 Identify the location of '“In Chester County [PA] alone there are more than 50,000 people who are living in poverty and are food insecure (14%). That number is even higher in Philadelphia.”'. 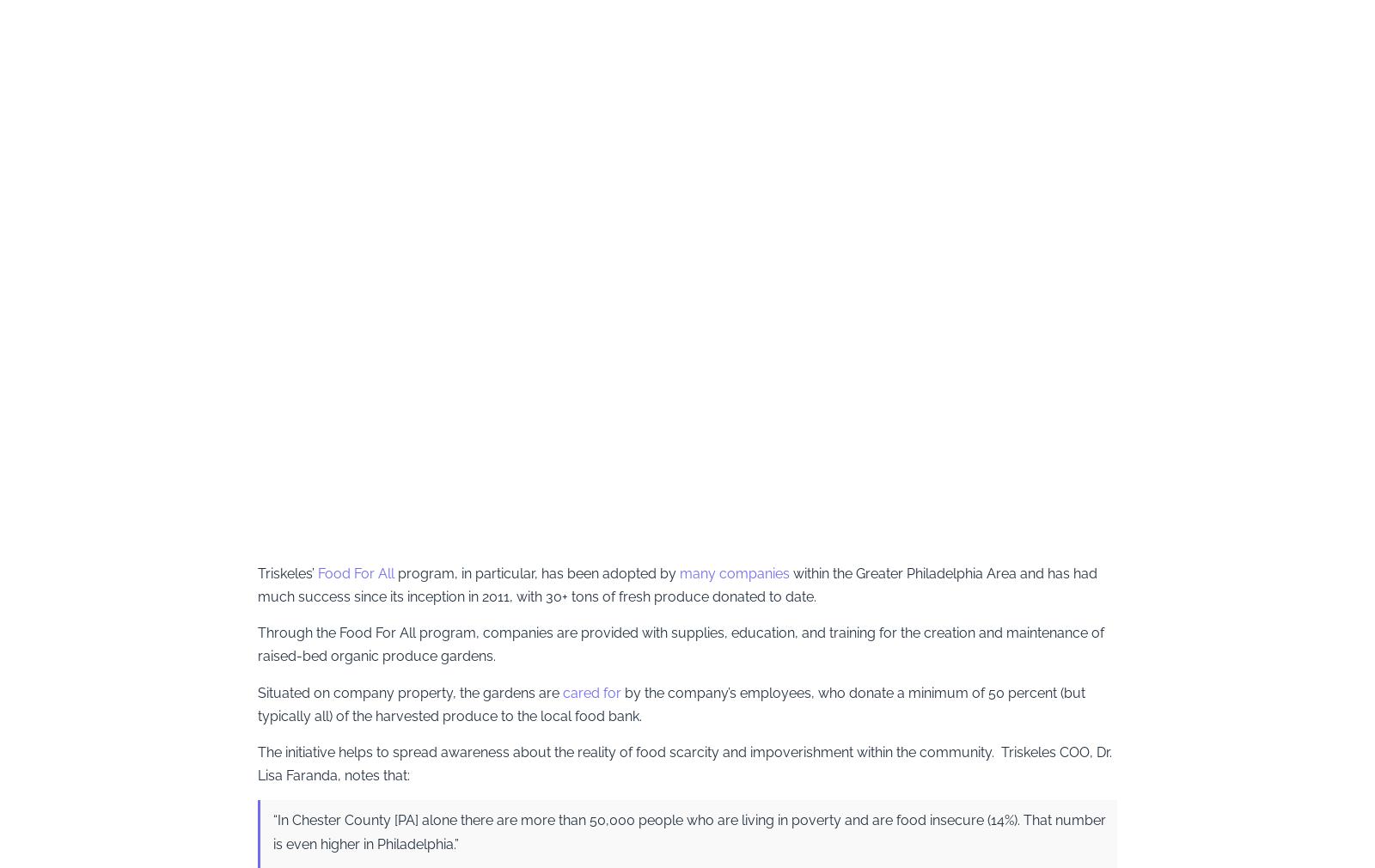
(688, 831).